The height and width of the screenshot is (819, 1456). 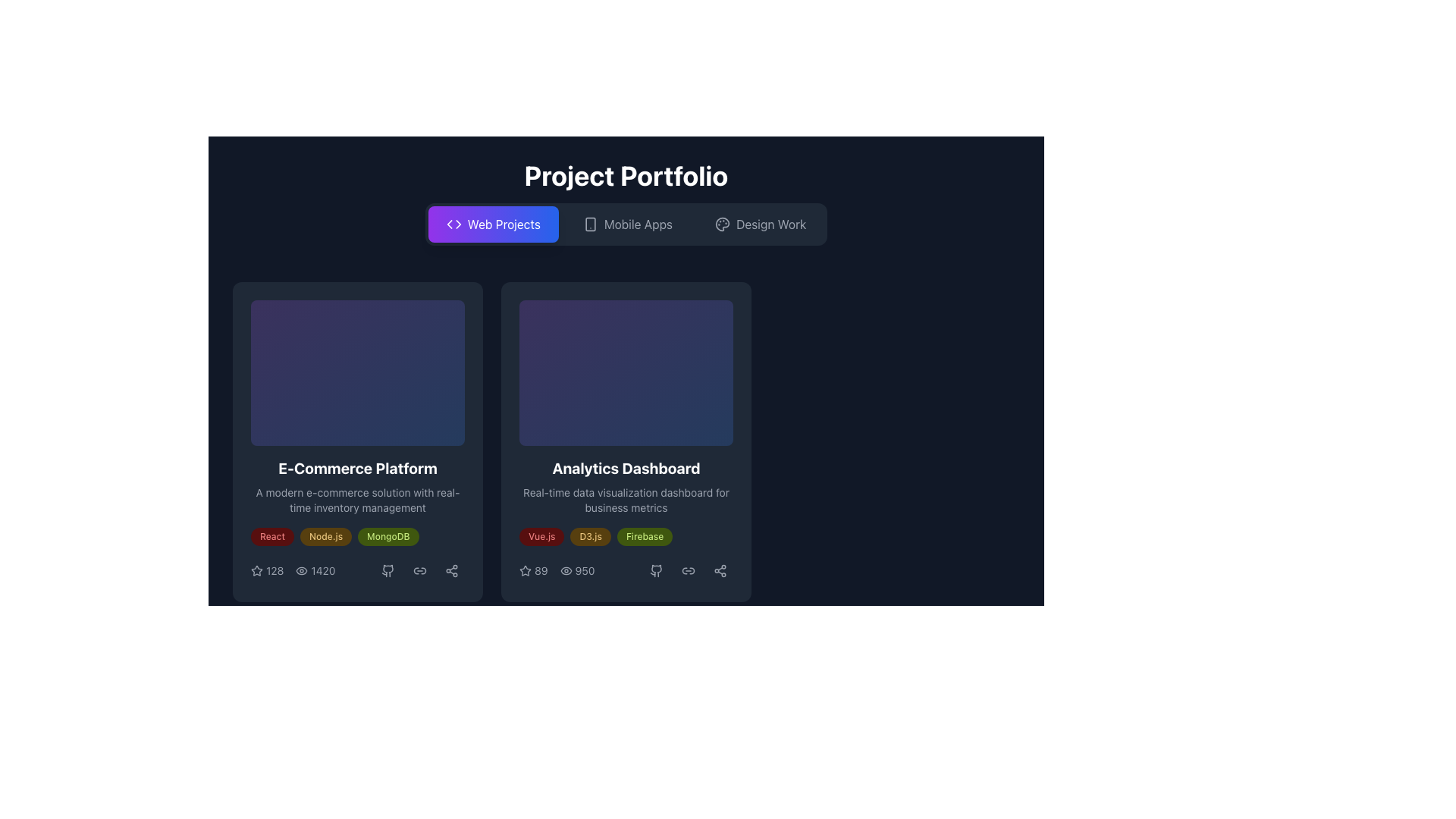 I want to click on the text content within the styled button in the navigation bar below 'Project Portfolio', so click(x=504, y=224).